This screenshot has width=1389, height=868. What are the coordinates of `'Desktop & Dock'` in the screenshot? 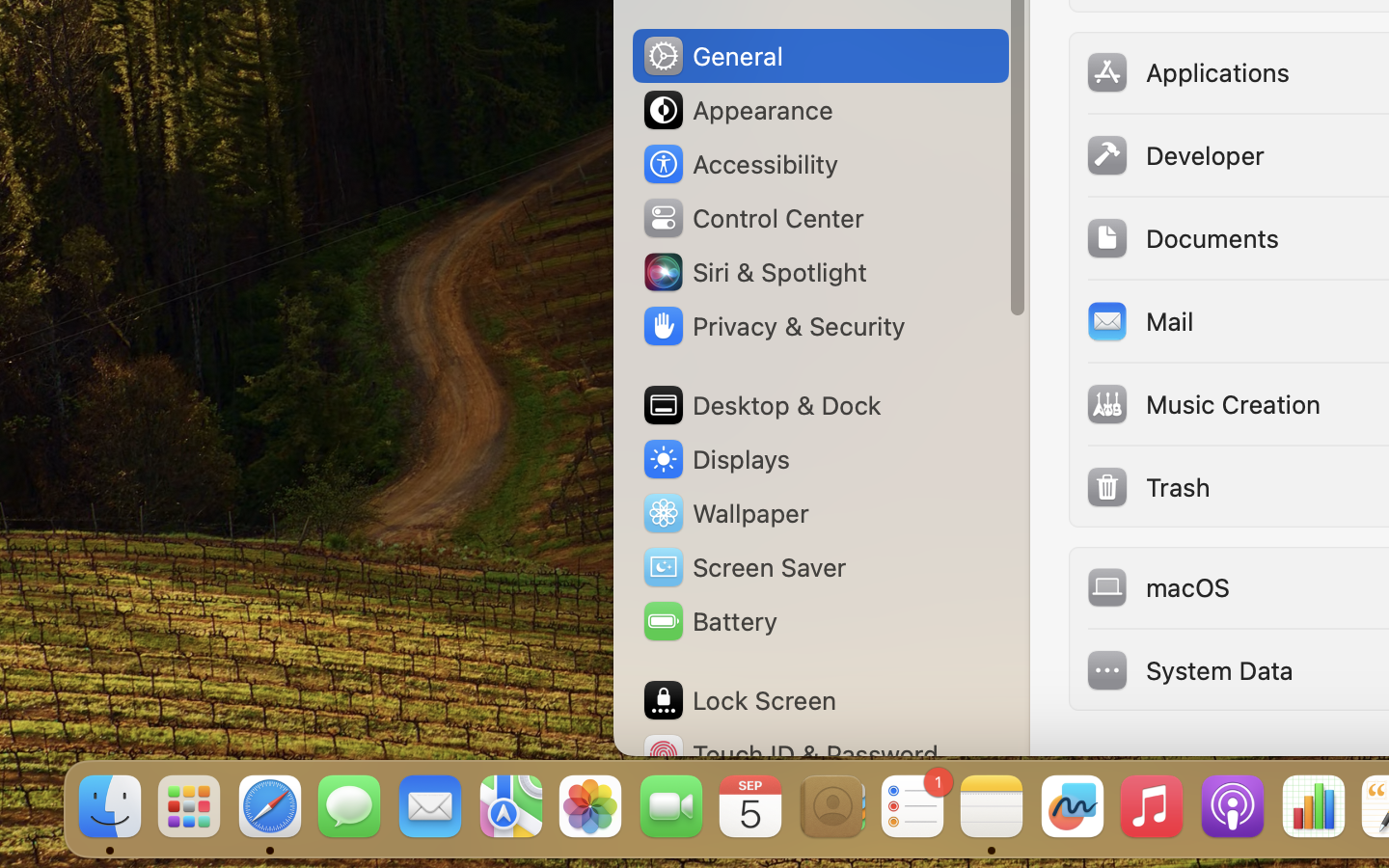 It's located at (760, 405).